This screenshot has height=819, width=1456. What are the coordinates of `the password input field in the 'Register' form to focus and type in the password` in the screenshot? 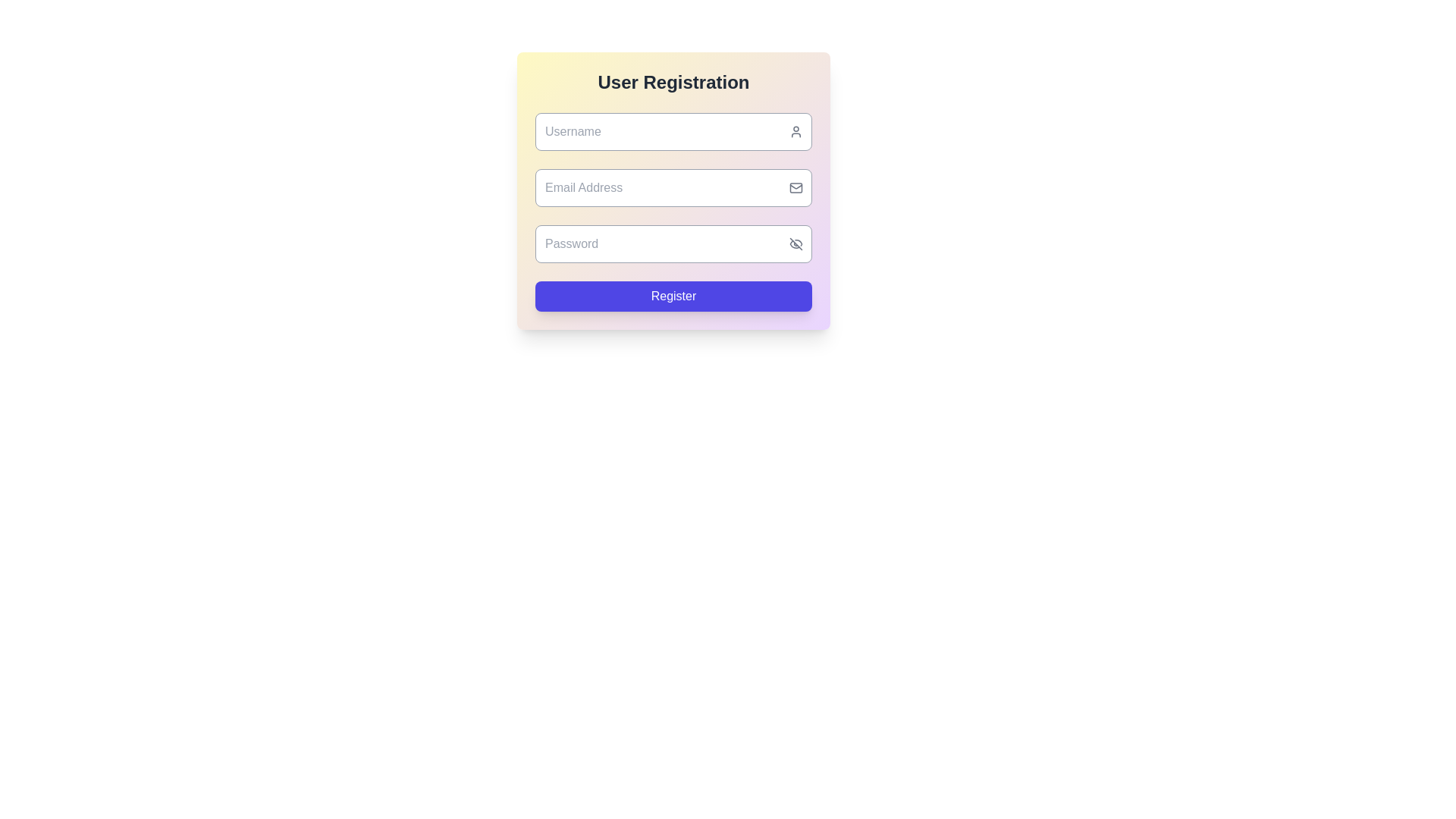 It's located at (673, 243).